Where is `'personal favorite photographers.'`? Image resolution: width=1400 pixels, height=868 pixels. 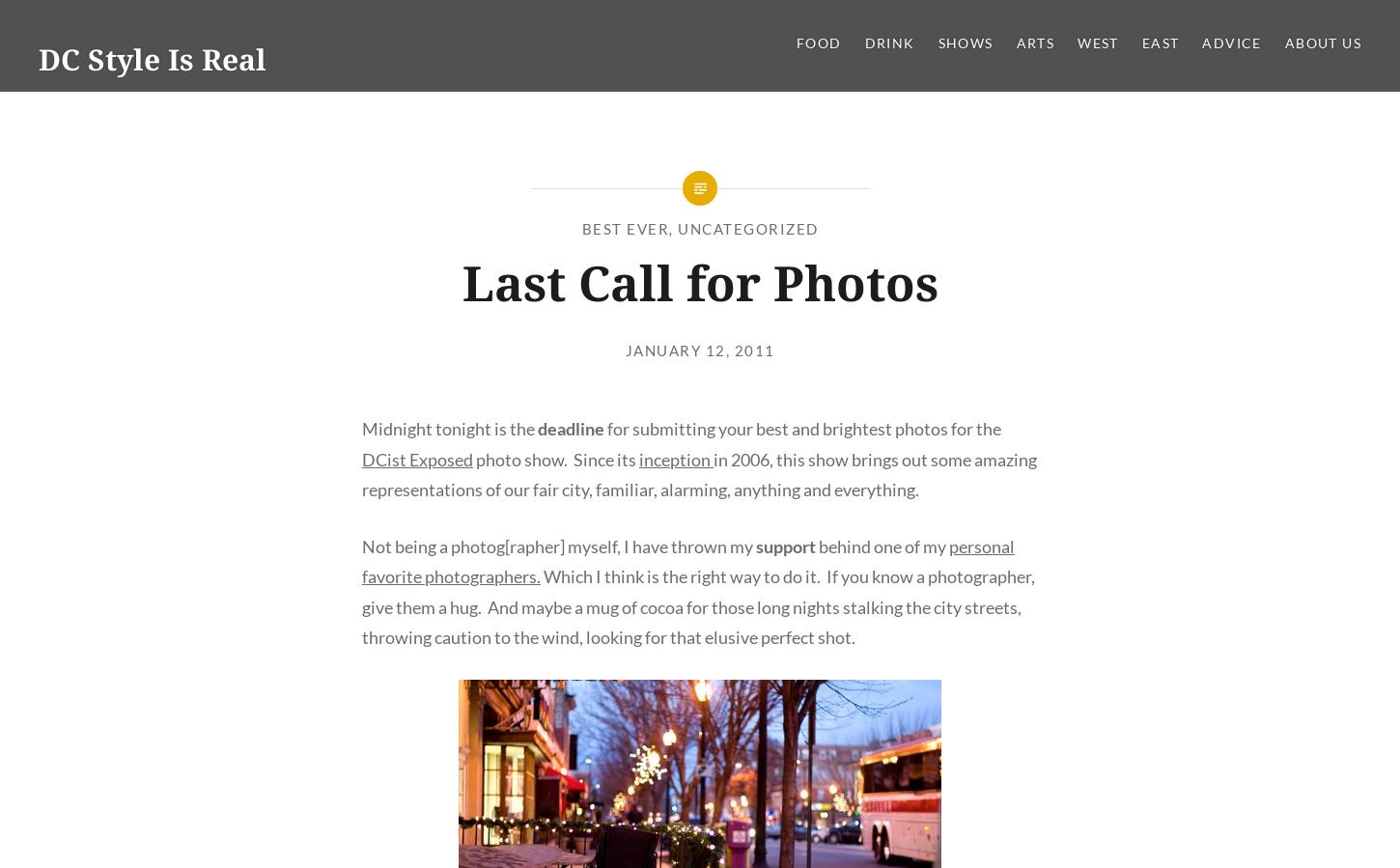
'personal favorite photographers.' is located at coordinates (686, 561).